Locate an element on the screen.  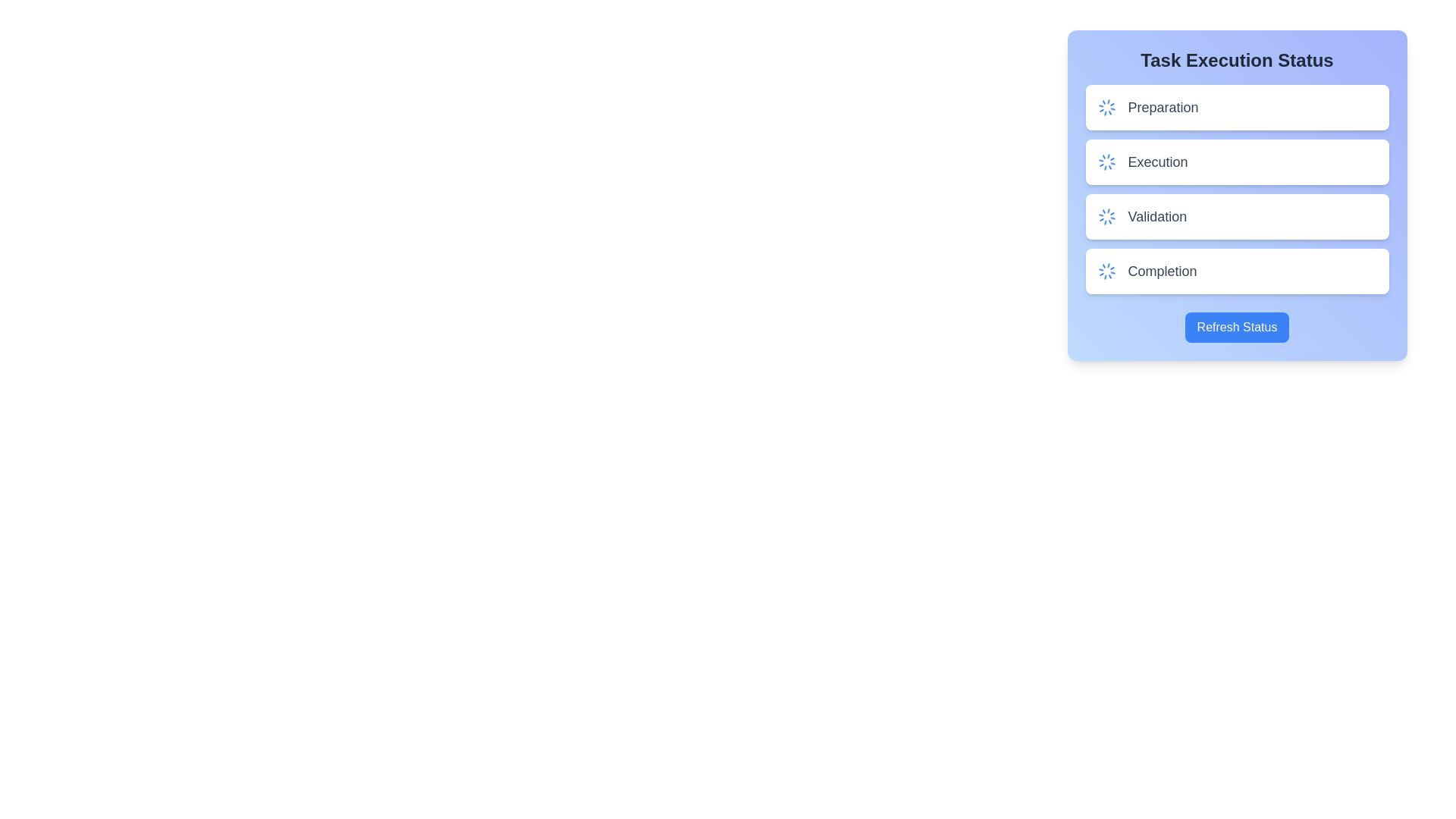
the second step card in the vertical stack under the 'Task Execution Status' header is located at coordinates (1237, 189).